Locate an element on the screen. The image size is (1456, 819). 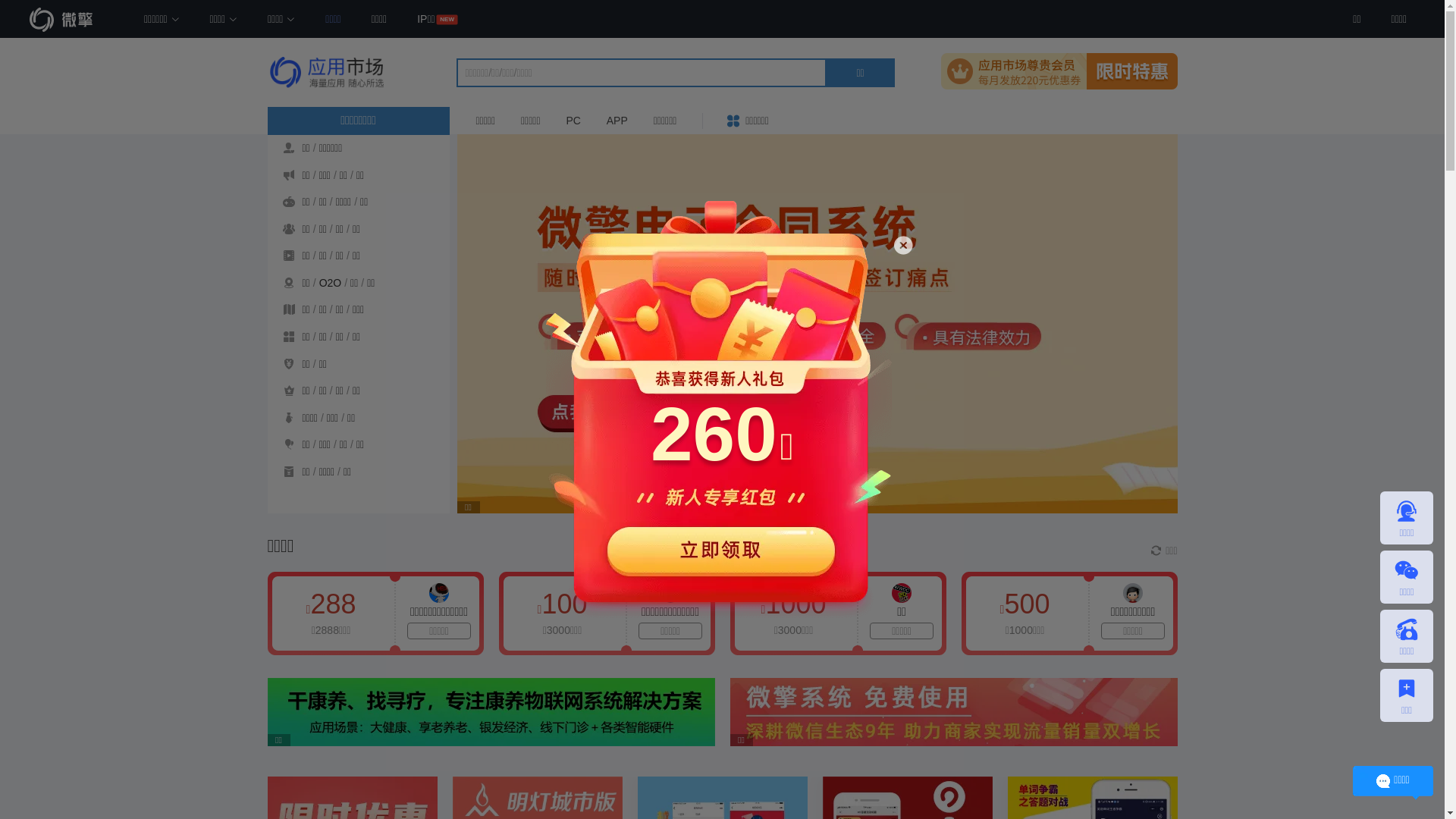
'PC' is located at coordinates (553, 119).